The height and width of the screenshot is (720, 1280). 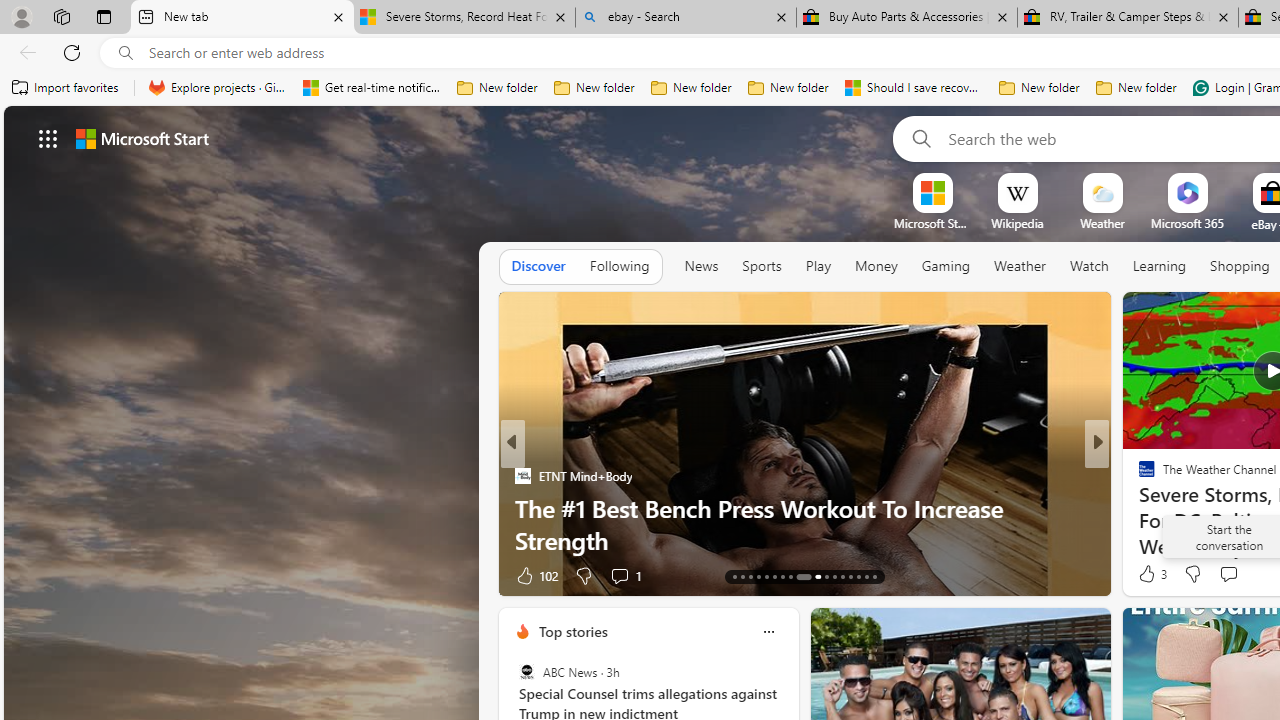 I want to click on 'Import favorites', so click(x=65, y=87).